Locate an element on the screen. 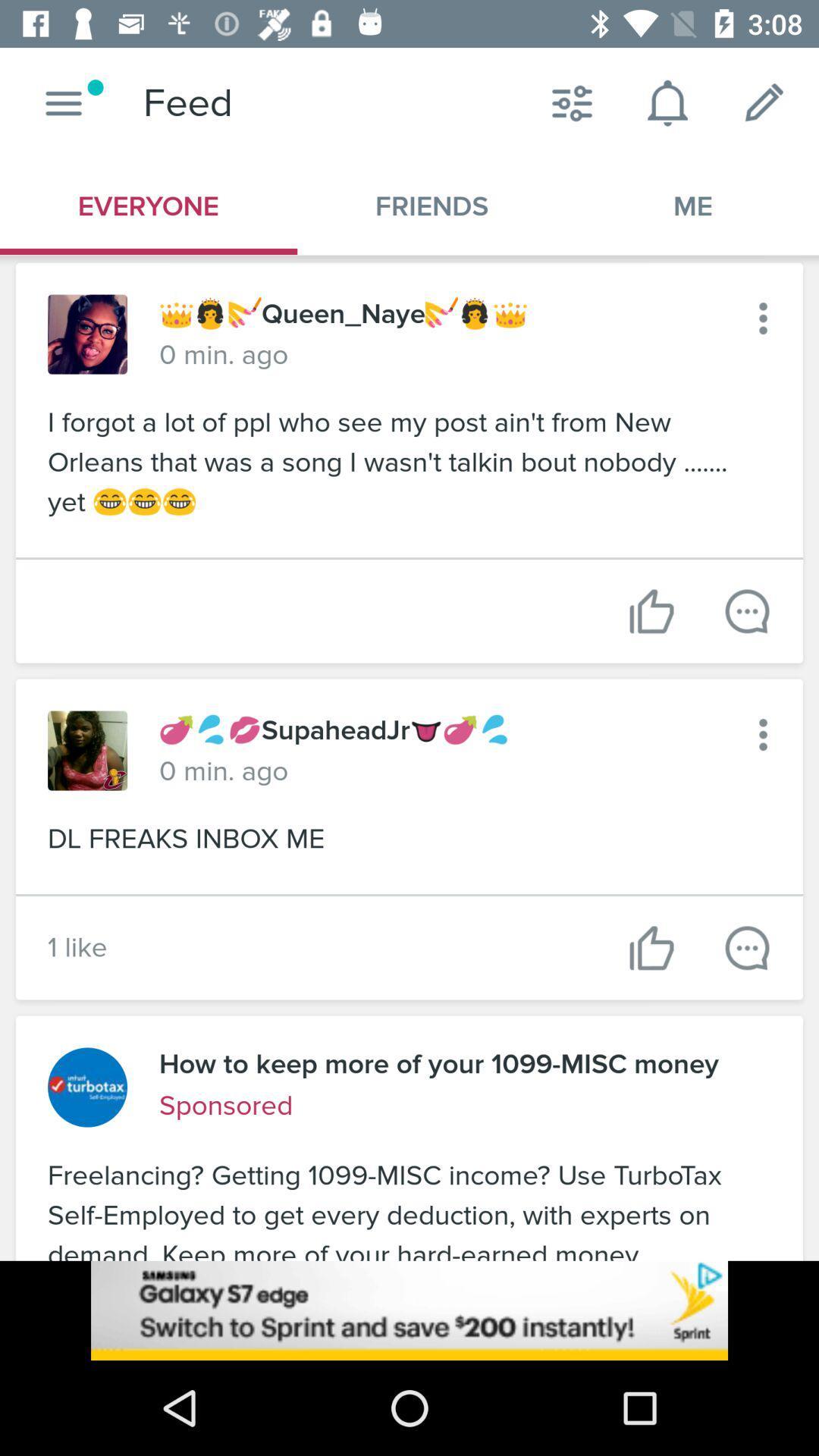  click the comment is located at coordinates (746, 947).